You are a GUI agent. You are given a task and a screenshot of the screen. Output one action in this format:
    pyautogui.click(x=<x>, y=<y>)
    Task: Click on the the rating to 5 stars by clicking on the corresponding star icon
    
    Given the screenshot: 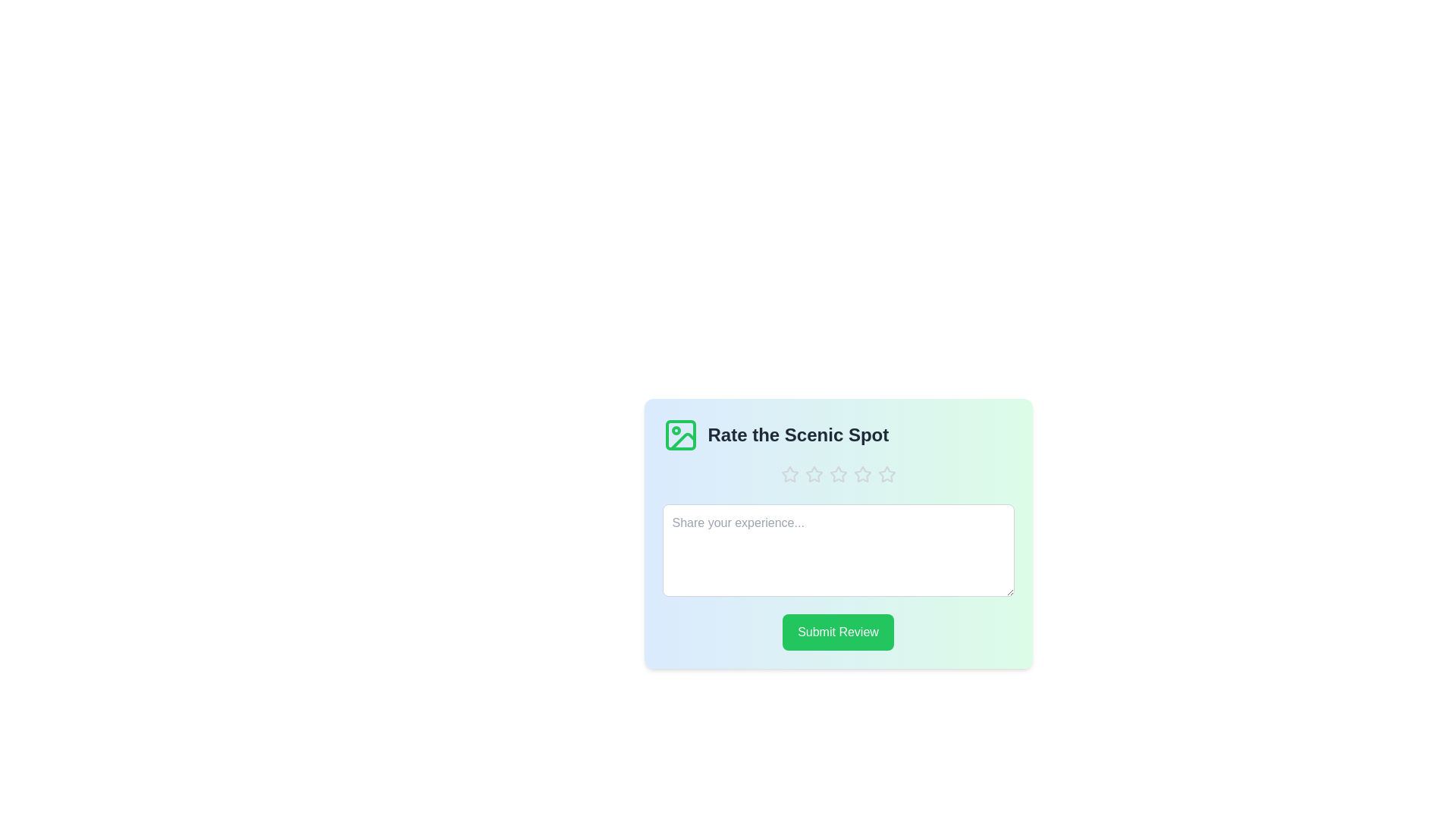 What is the action you would take?
    pyautogui.click(x=886, y=473)
    